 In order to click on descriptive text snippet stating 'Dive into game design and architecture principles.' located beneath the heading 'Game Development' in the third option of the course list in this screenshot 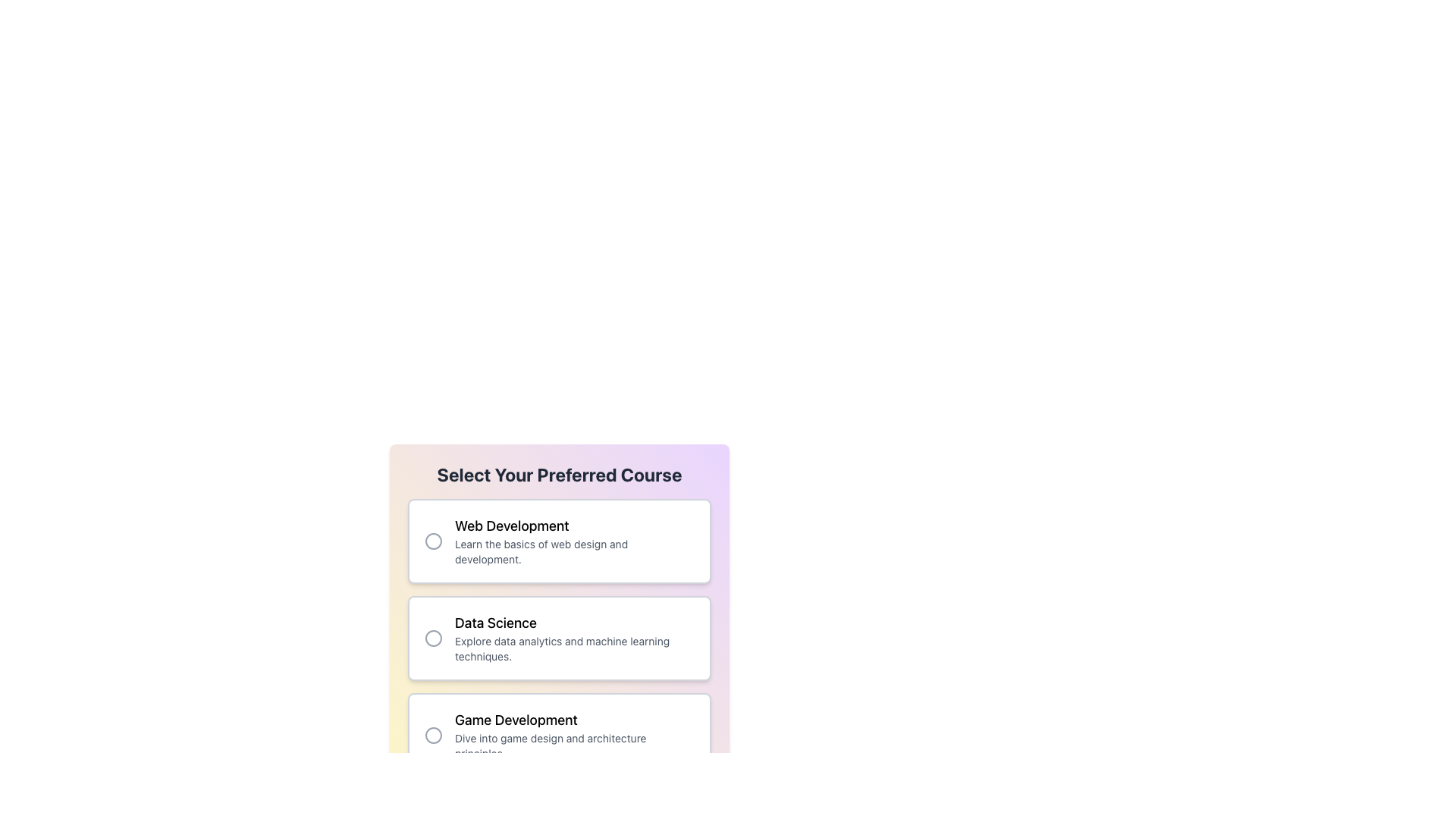, I will do `click(574, 745)`.